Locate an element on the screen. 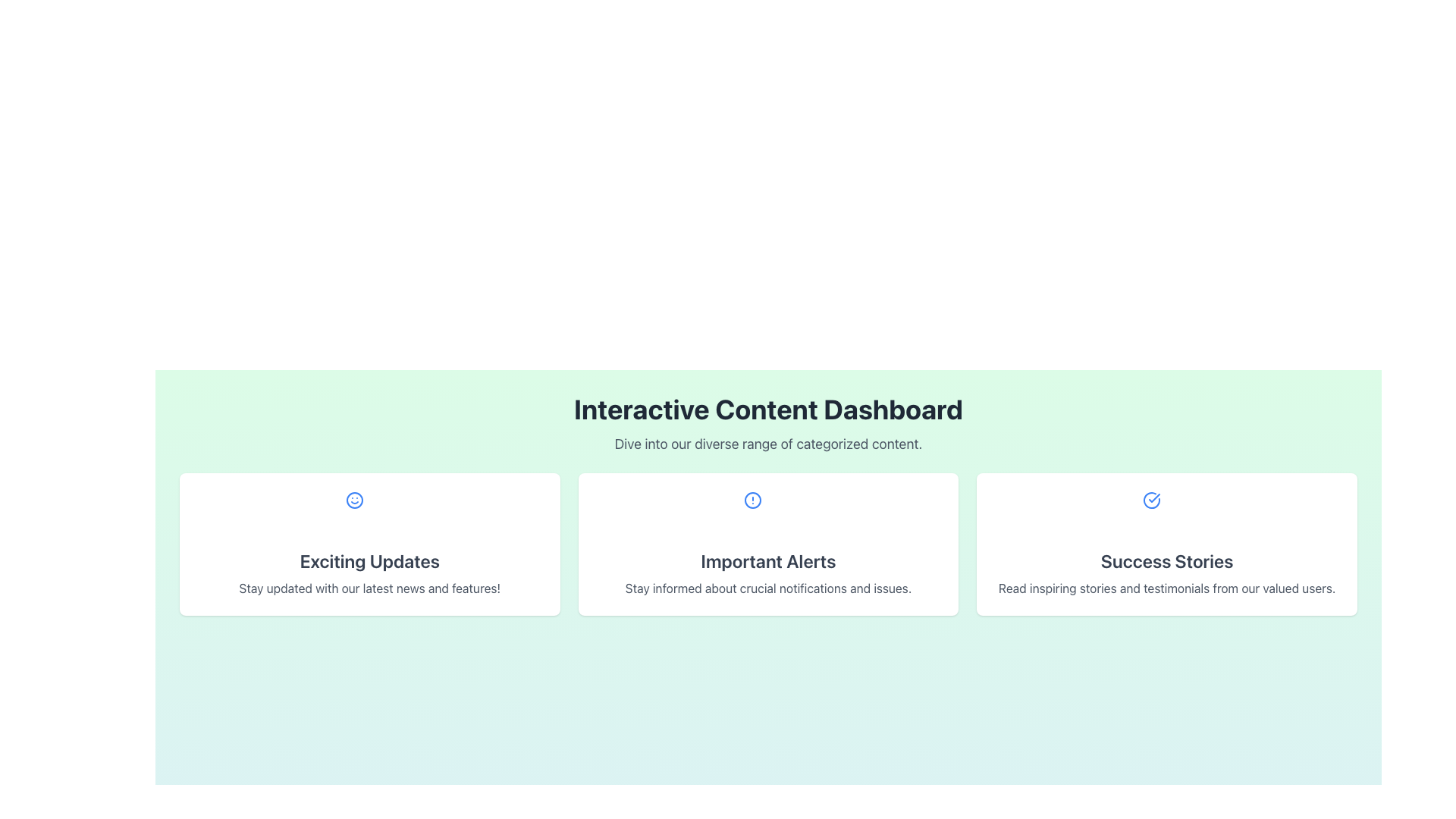  the 'Success Stories' text label which is displayed in a bold, large font within a white rounded rectangle card, centrally positioned in the third card on the right is located at coordinates (1166, 561).